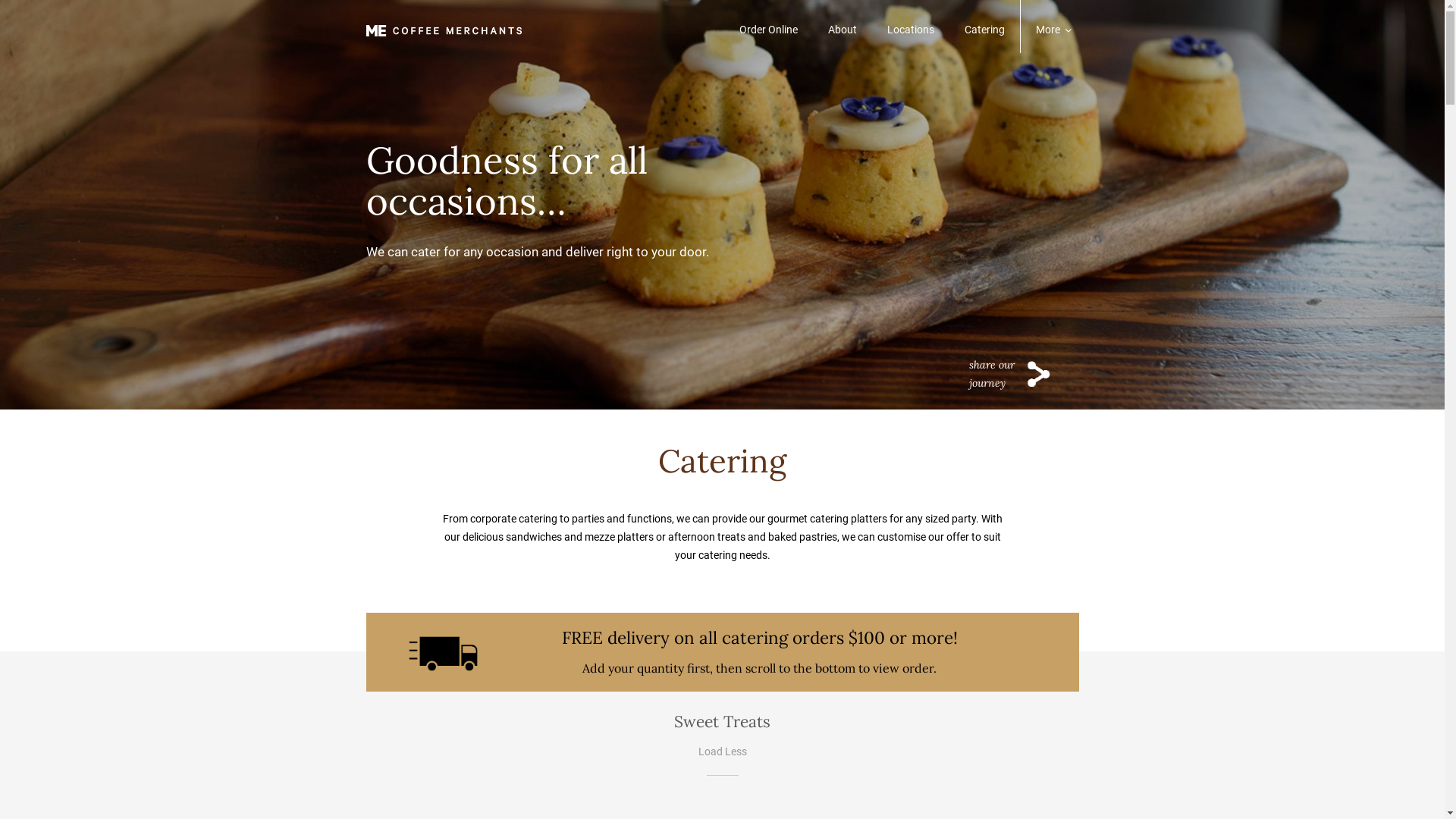 Image resolution: width=1456 pixels, height=819 pixels. I want to click on 'Catering', so click(984, 29).